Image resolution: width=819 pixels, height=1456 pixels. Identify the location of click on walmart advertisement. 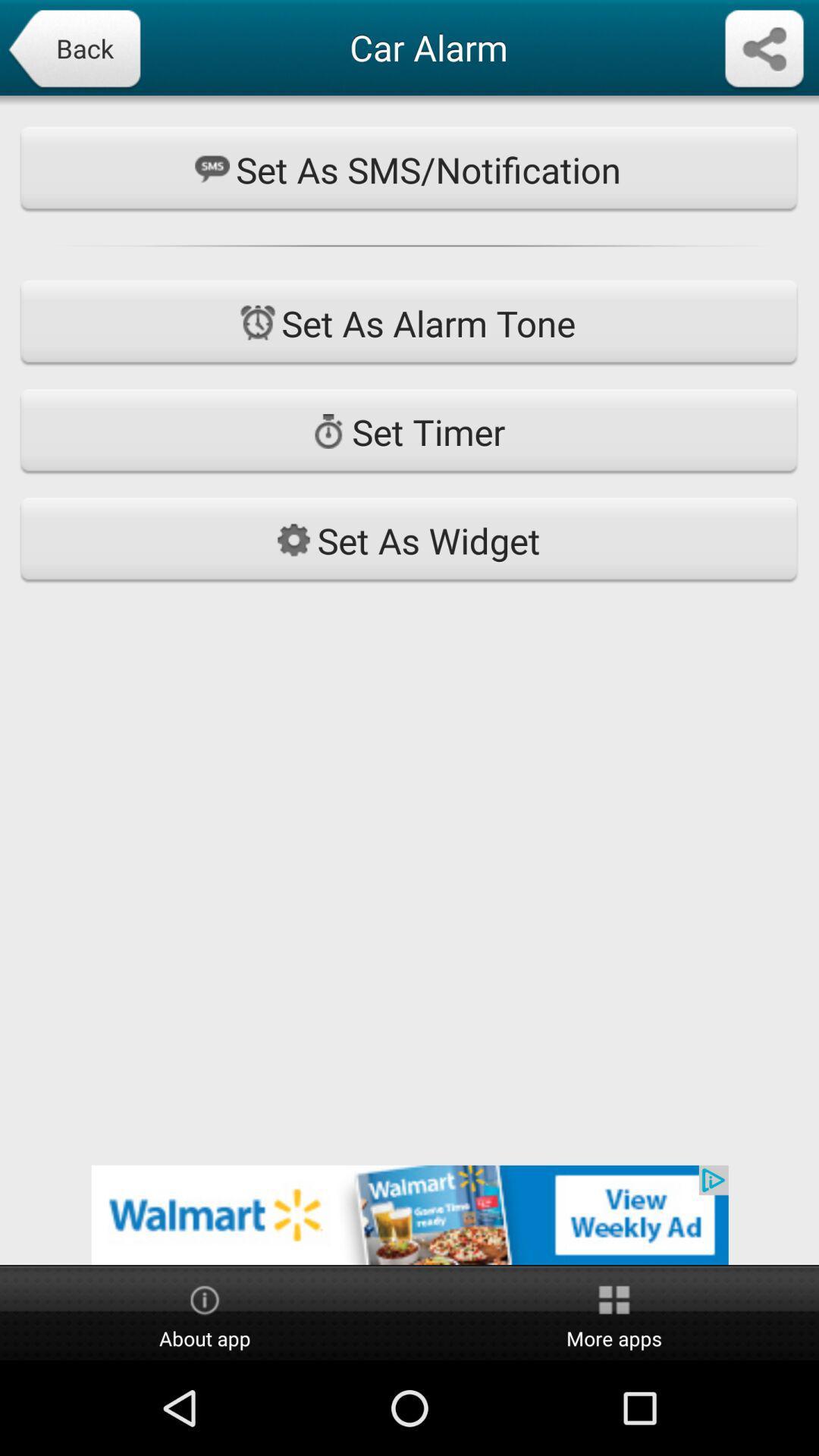
(409, 1215).